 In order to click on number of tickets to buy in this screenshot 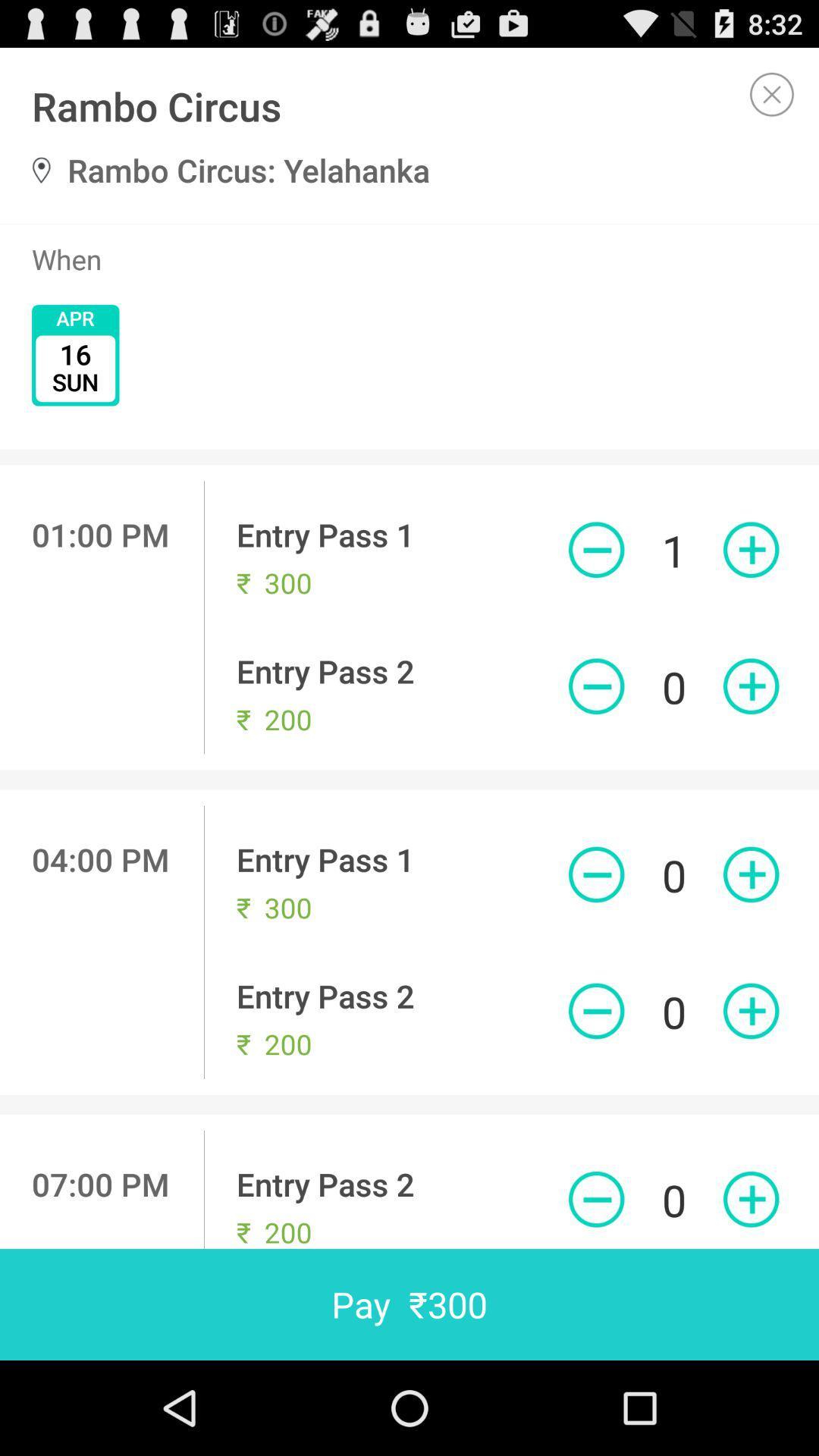, I will do `click(751, 686)`.